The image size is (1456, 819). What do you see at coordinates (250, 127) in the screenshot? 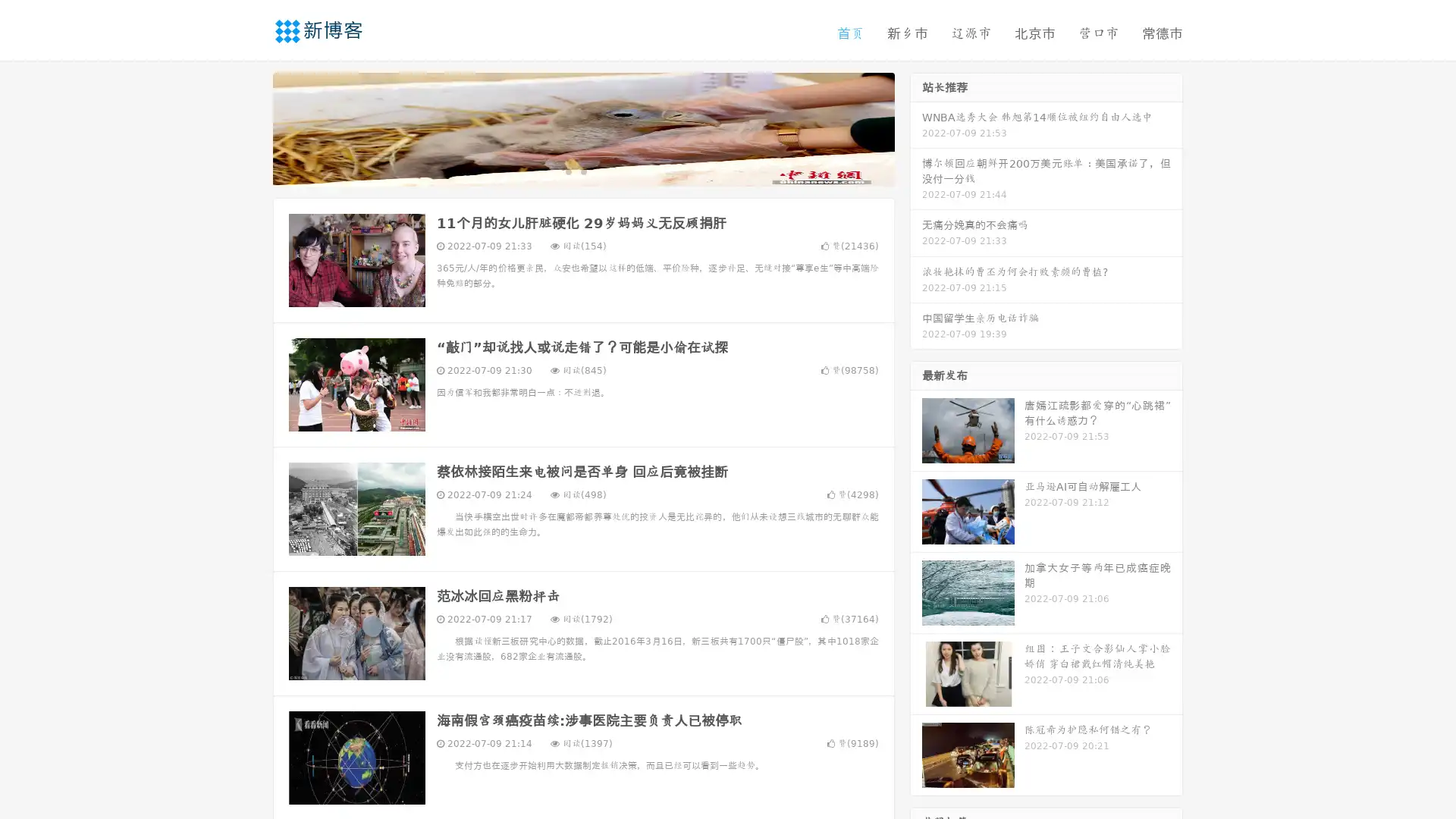
I see `Previous slide` at bounding box center [250, 127].